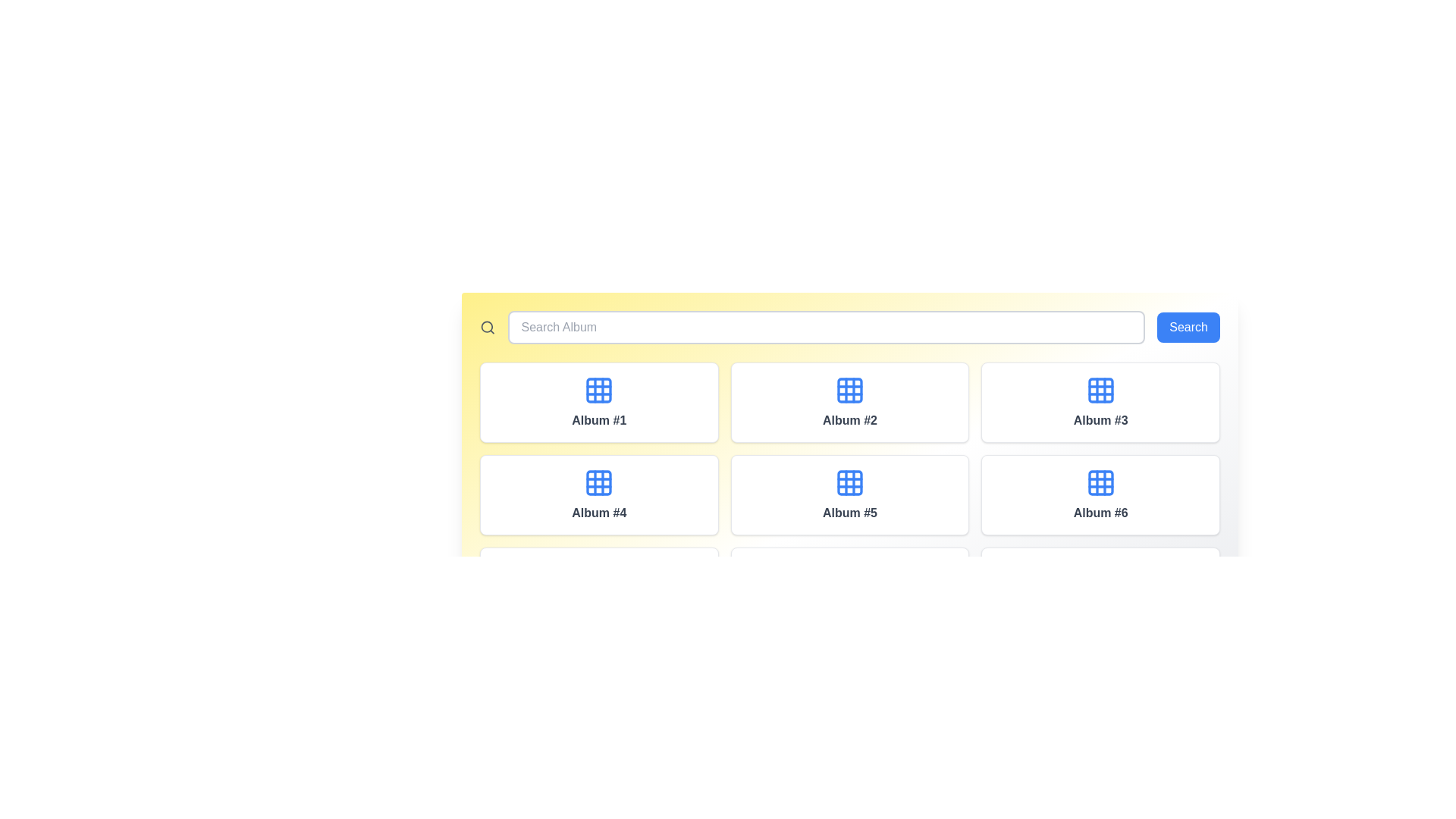 The width and height of the screenshot is (1456, 819). I want to click on small square with rounded corners located in the middle cell of the blue outlined grid icon, which is the fourth item in the album list, so click(598, 482).